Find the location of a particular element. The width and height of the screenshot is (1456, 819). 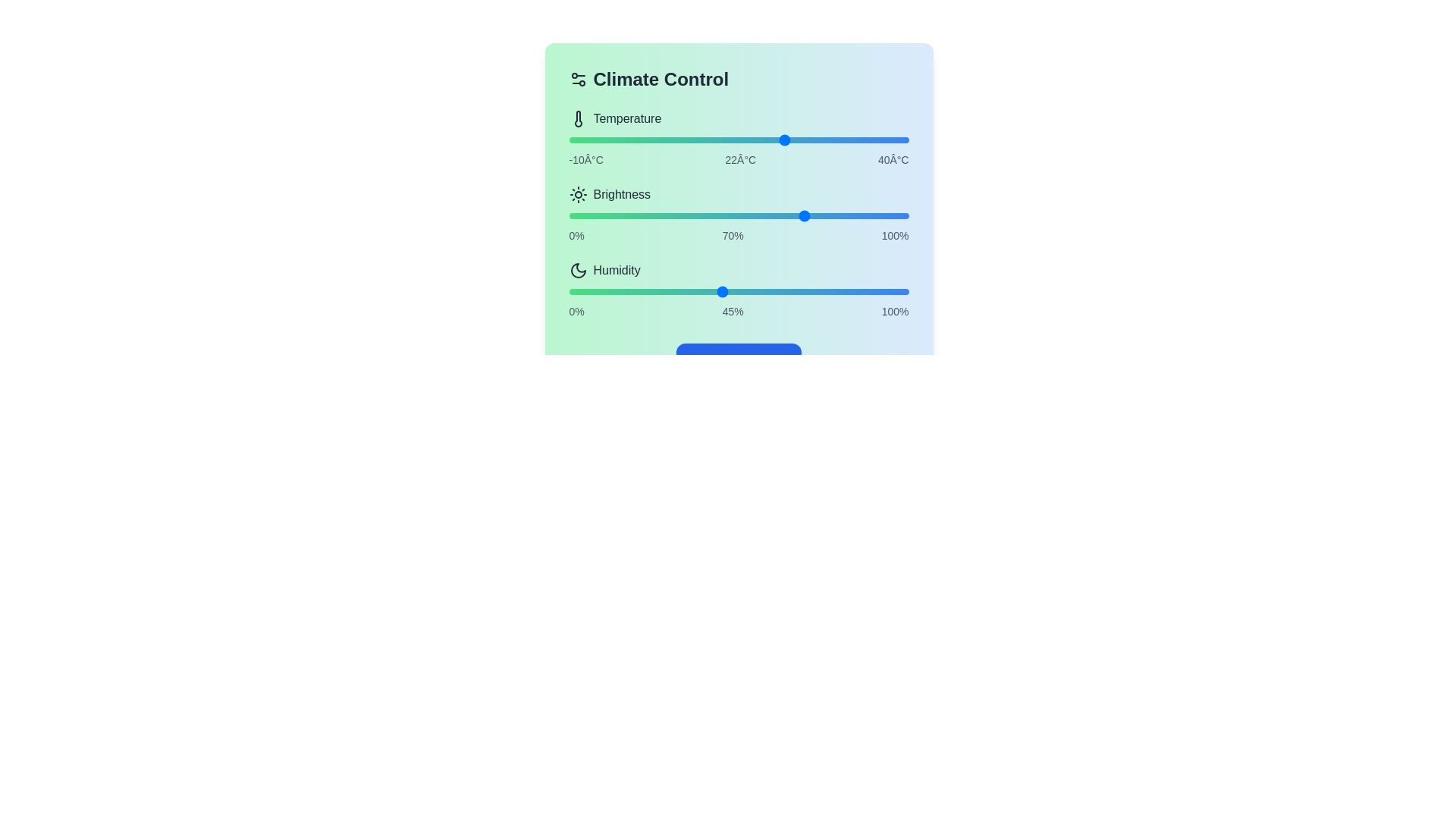

the text label displaying '0%' located in the bottom section of the layout, among the labels representing percentage values for humidity is located at coordinates (576, 311).